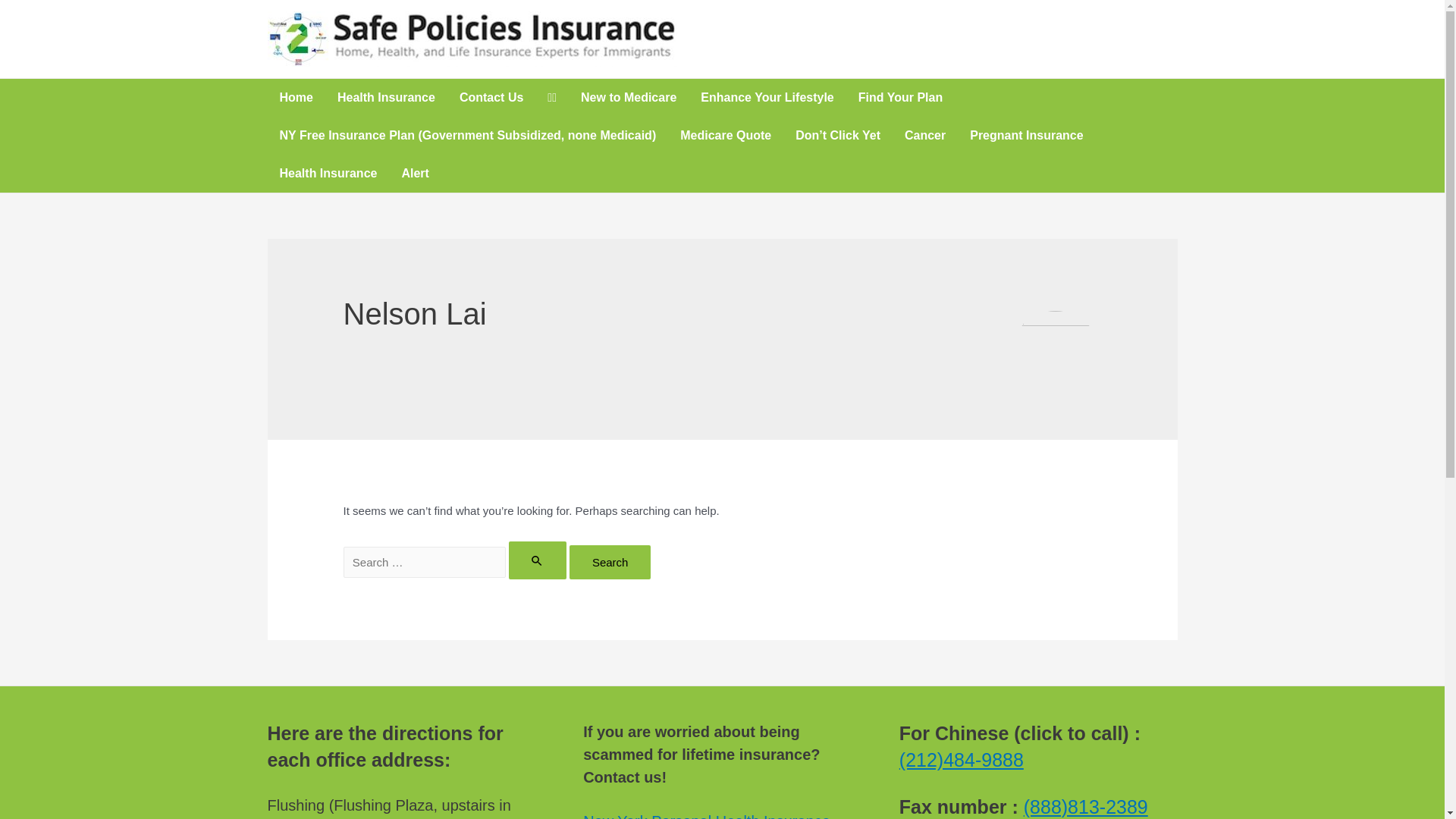 The width and height of the screenshot is (1456, 819). What do you see at coordinates (415, 172) in the screenshot?
I see `'Alert'` at bounding box center [415, 172].